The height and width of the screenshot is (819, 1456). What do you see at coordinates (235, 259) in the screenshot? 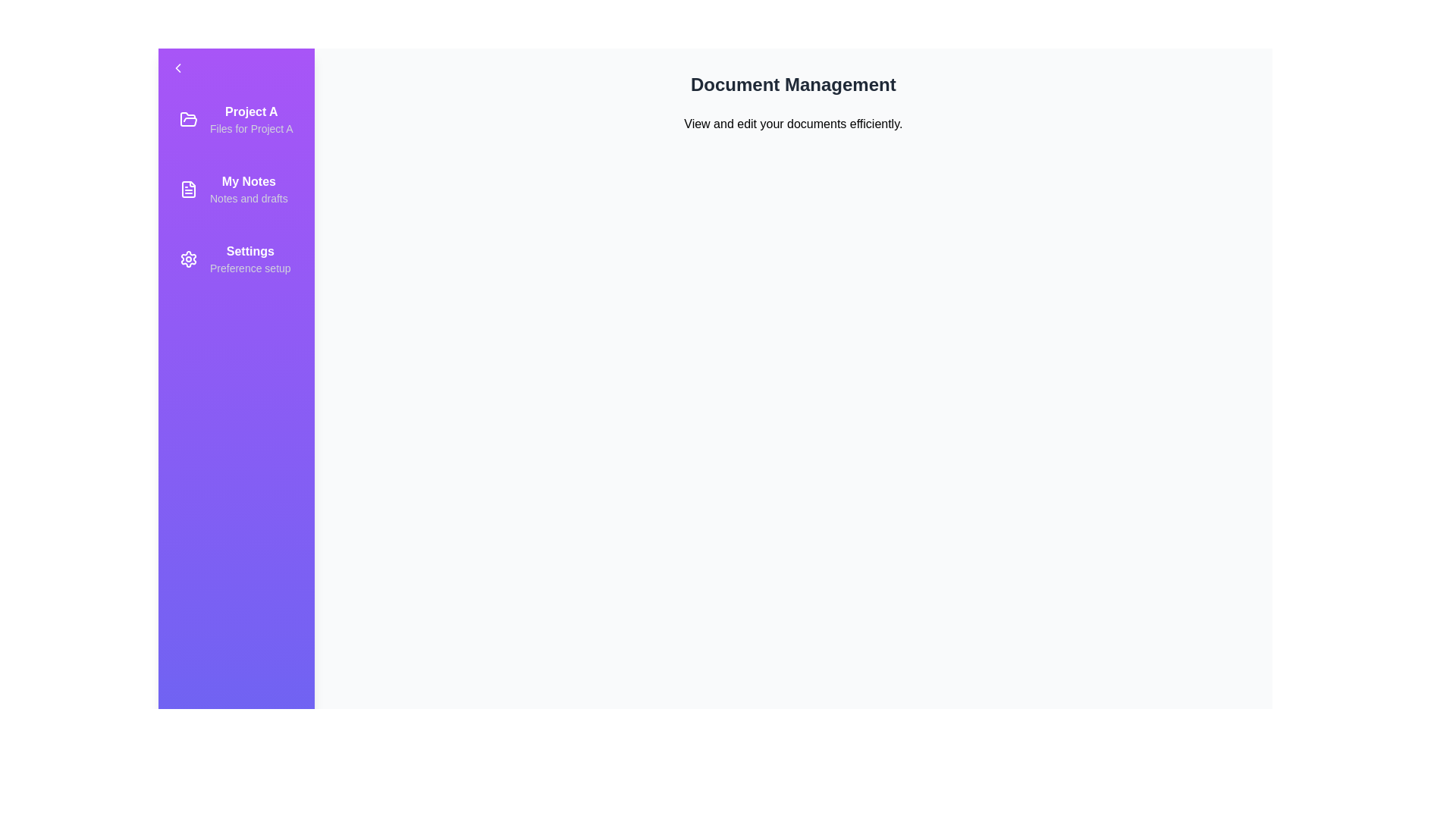
I see `the item Settings from the list in the drawer` at bounding box center [235, 259].